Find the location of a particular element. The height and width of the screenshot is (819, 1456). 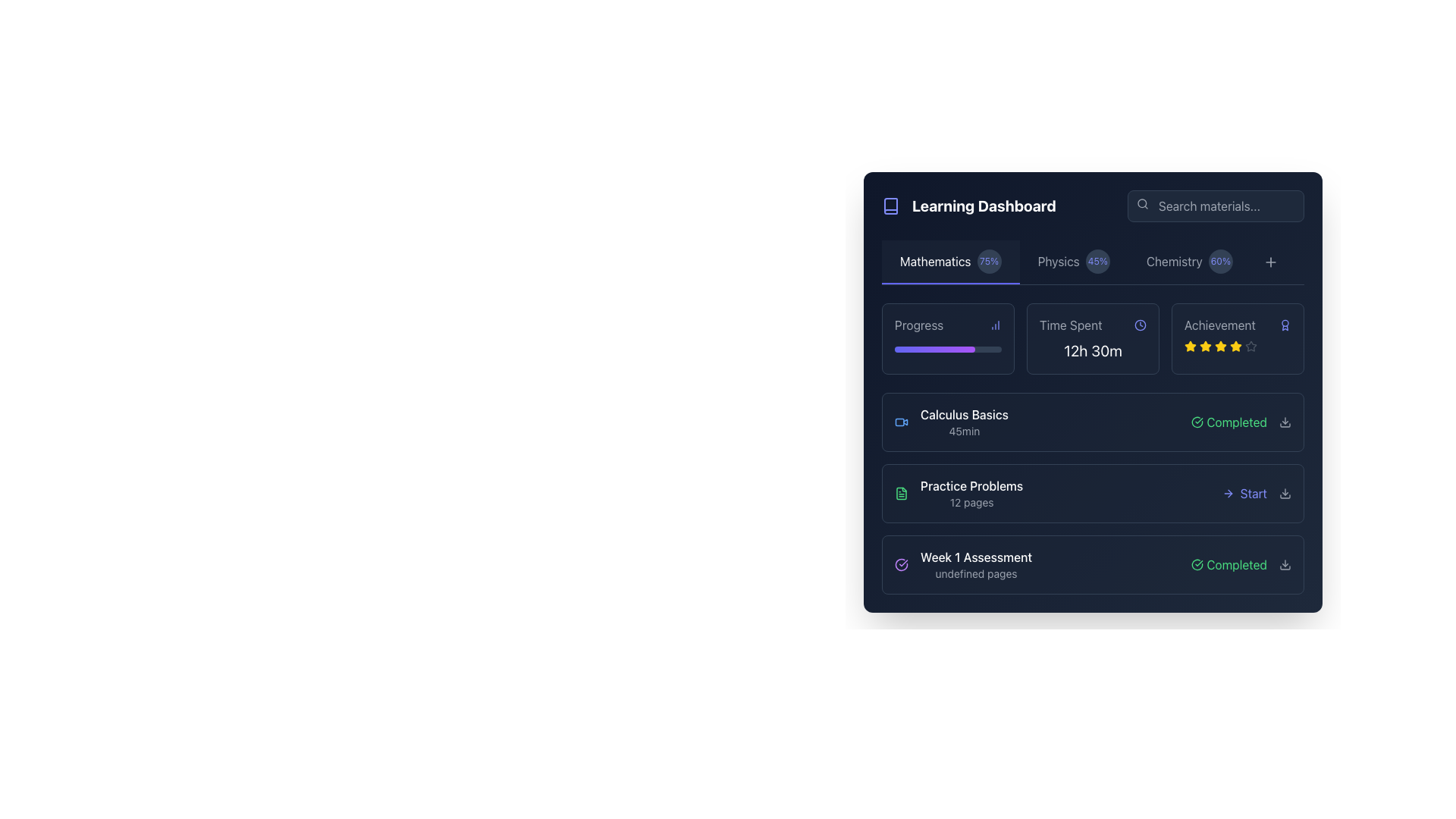

the text block displaying 'Calculus Basics' in white, located in the 'Learning Dashboard' under the 'Mathematics' tab is located at coordinates (964, 422).